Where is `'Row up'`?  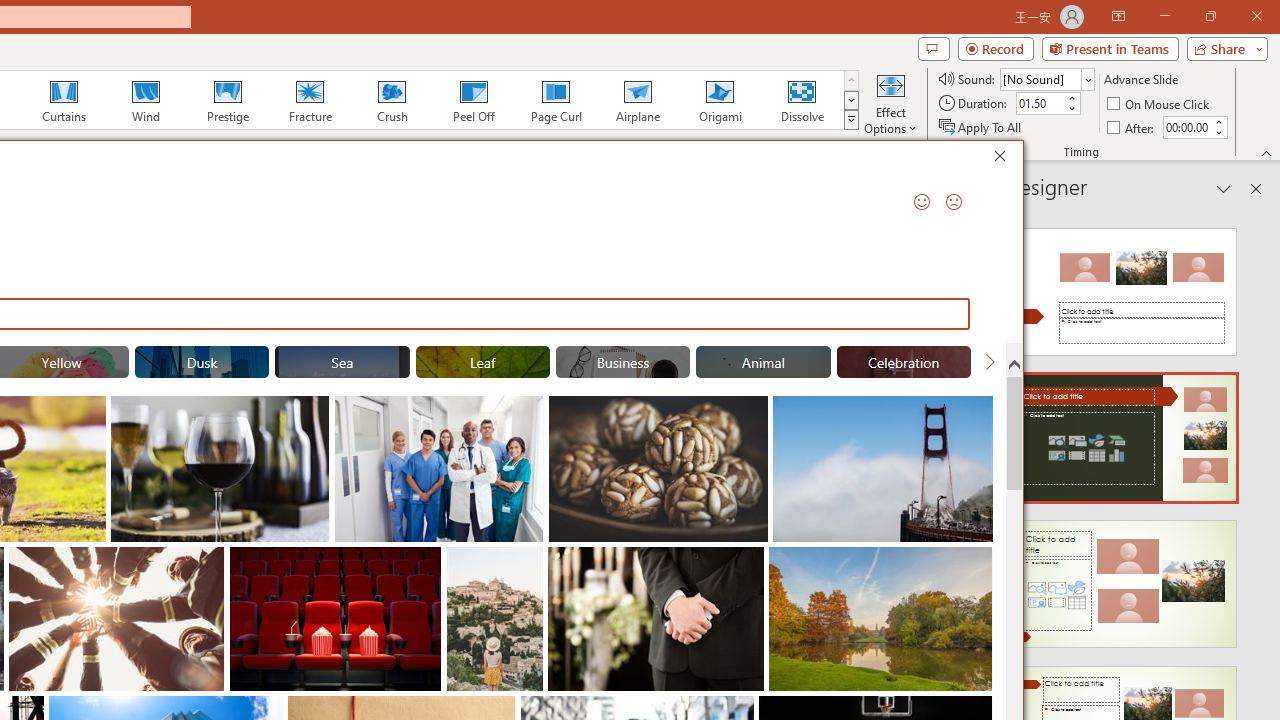
'Row up' is located at coordinates (851, 79).